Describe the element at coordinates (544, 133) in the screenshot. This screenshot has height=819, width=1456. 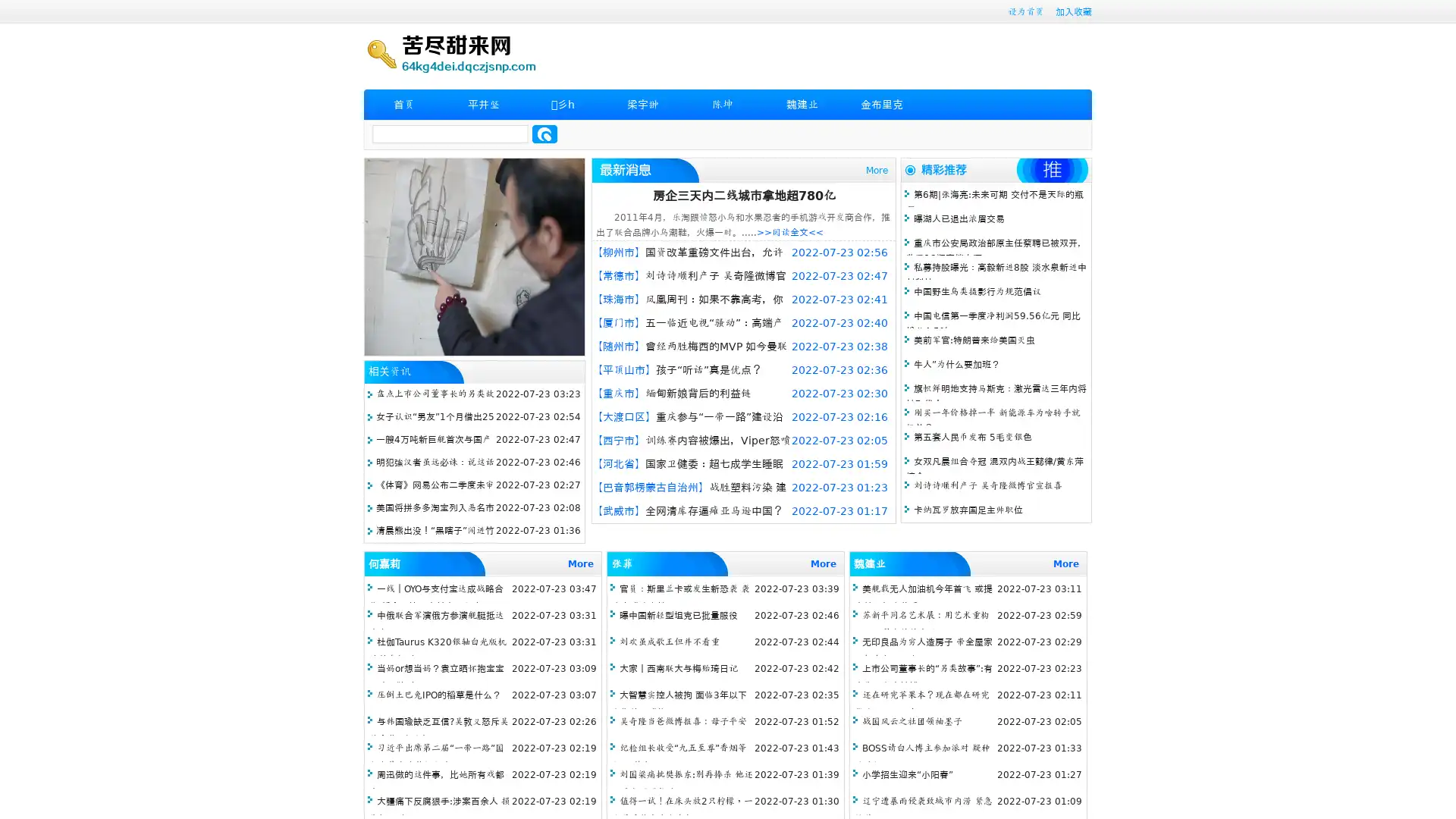
I see `Search` at that location.